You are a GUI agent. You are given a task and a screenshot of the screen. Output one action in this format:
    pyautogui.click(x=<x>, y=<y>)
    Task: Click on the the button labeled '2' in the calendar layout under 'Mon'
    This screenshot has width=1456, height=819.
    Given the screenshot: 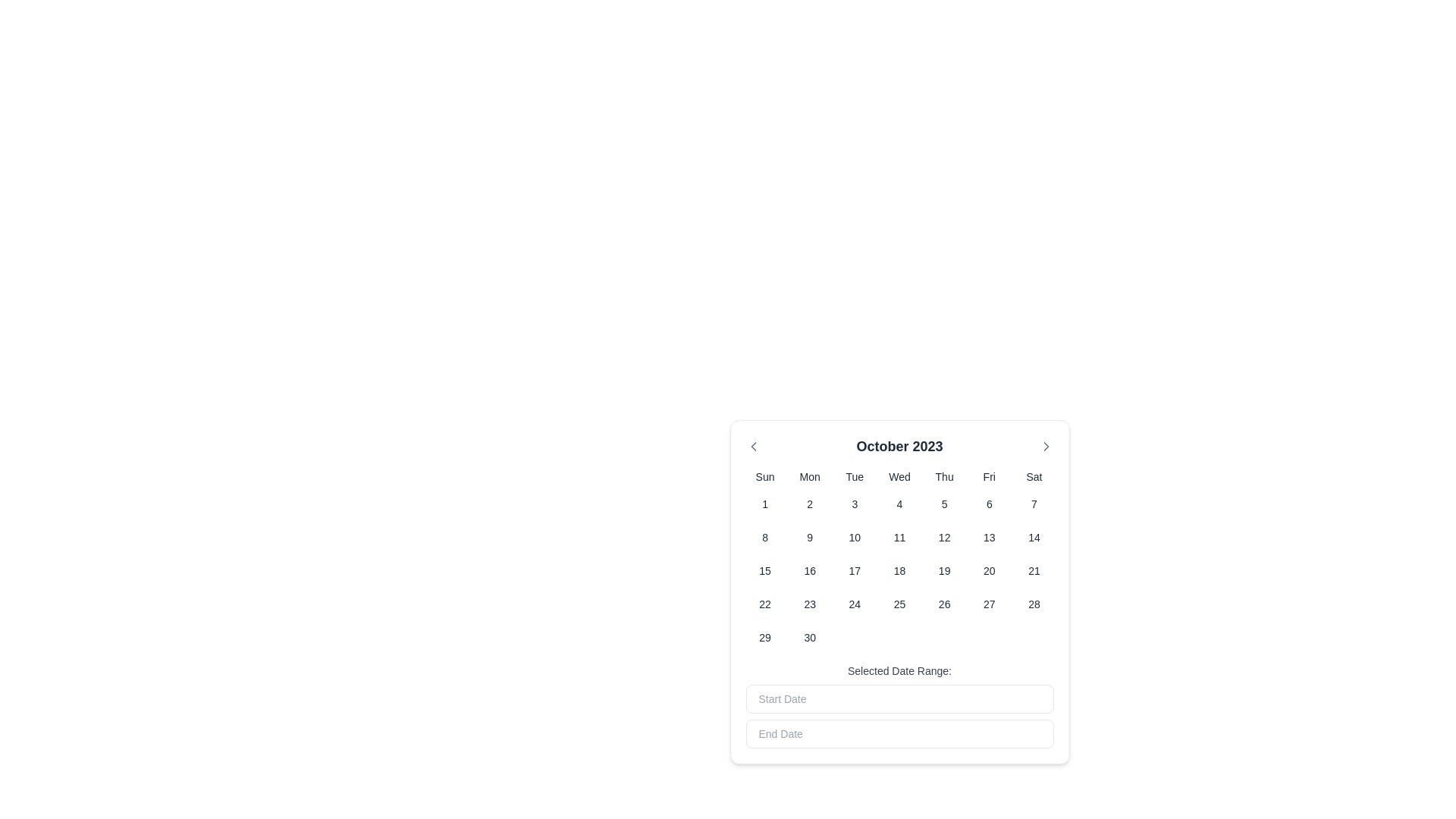 What is the action you would take?
    pyautogui.click(x=809, y=504)
    